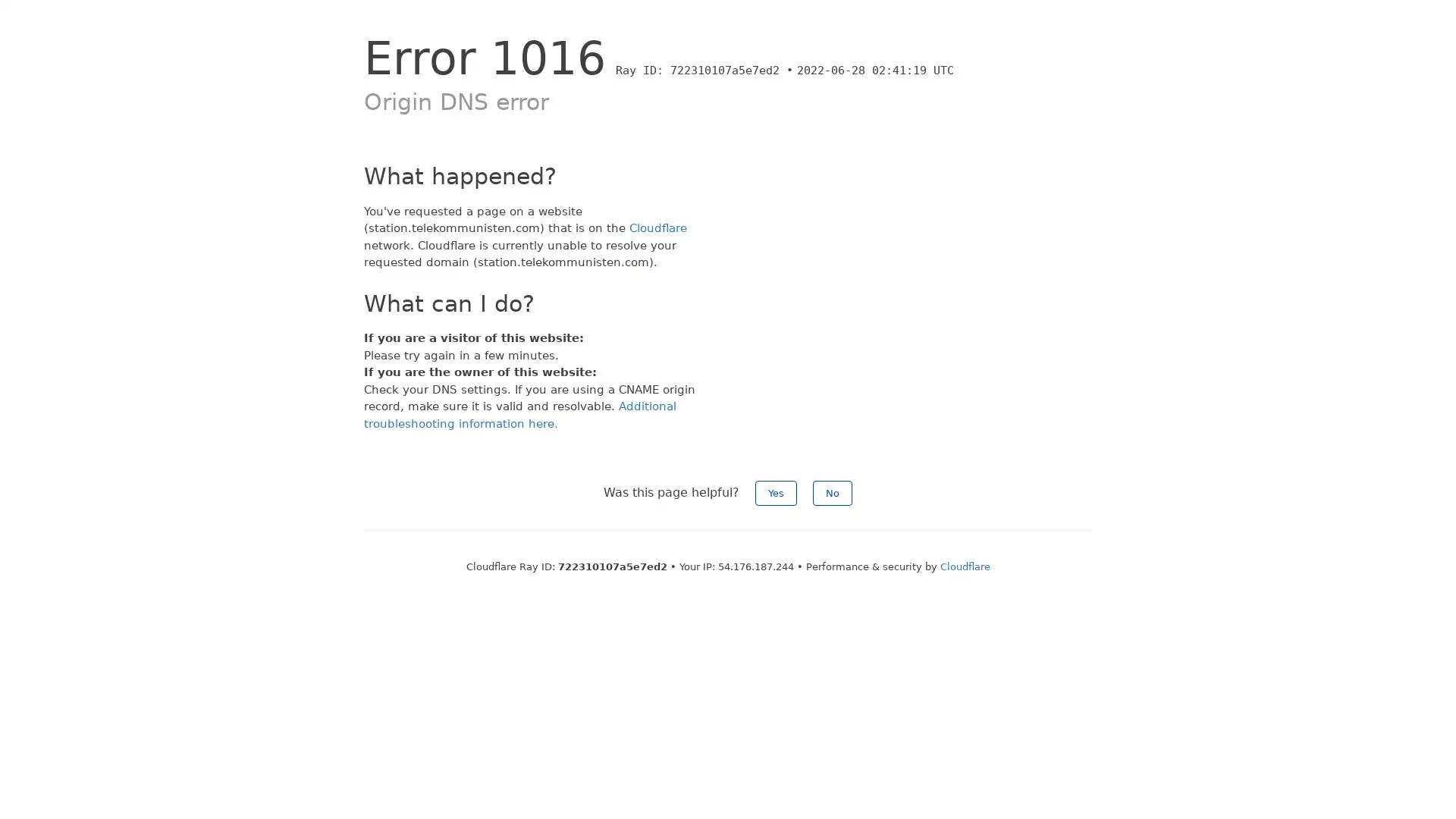 This screenshot has width=1456, height=819. Describe the element at coordinates (832, 493) in the screenshot. I see `No` at that location.